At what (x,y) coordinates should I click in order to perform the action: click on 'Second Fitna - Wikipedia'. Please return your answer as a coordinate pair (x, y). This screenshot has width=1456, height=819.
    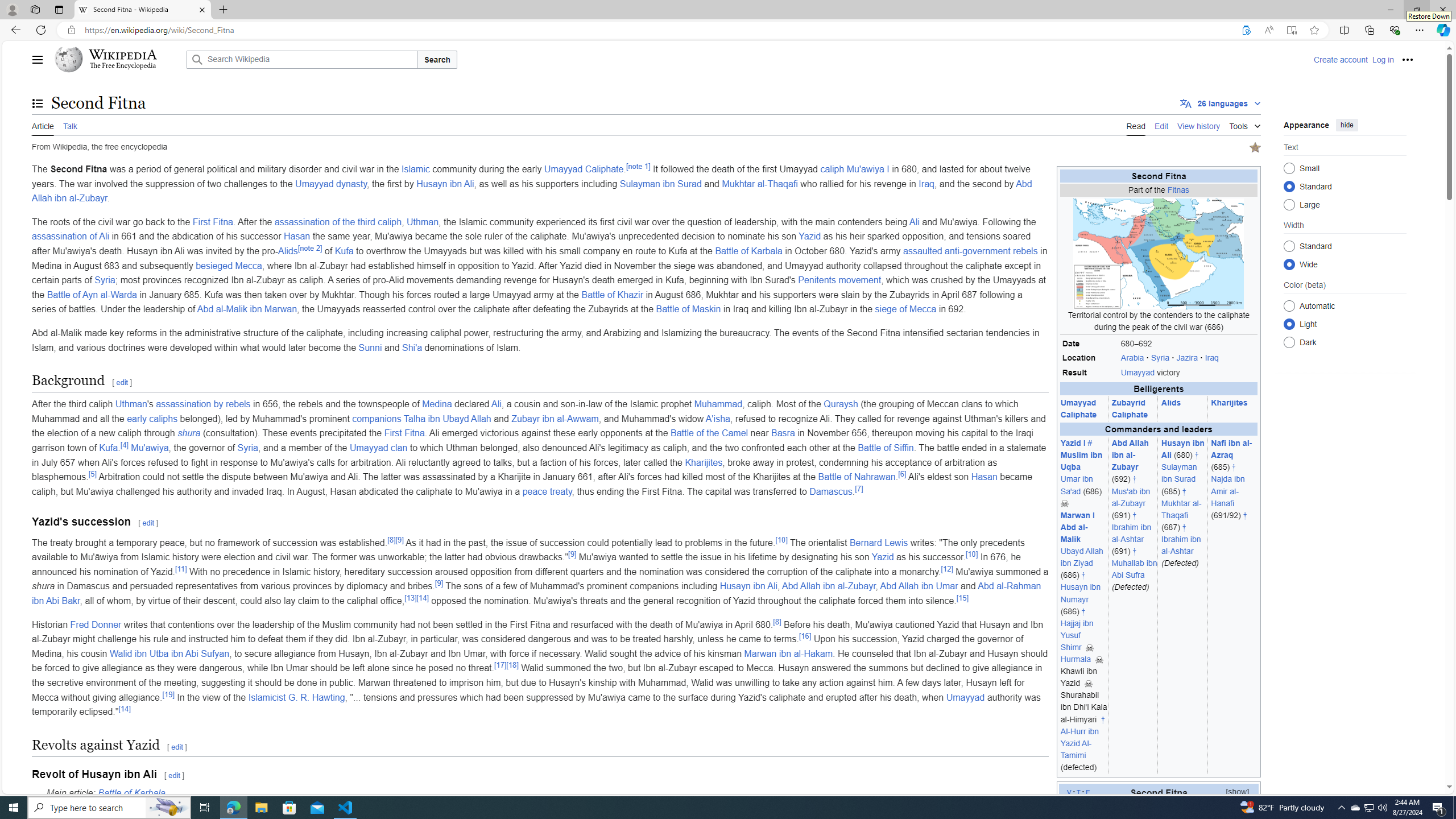
    Looking at the image, I should click on (142, 9).